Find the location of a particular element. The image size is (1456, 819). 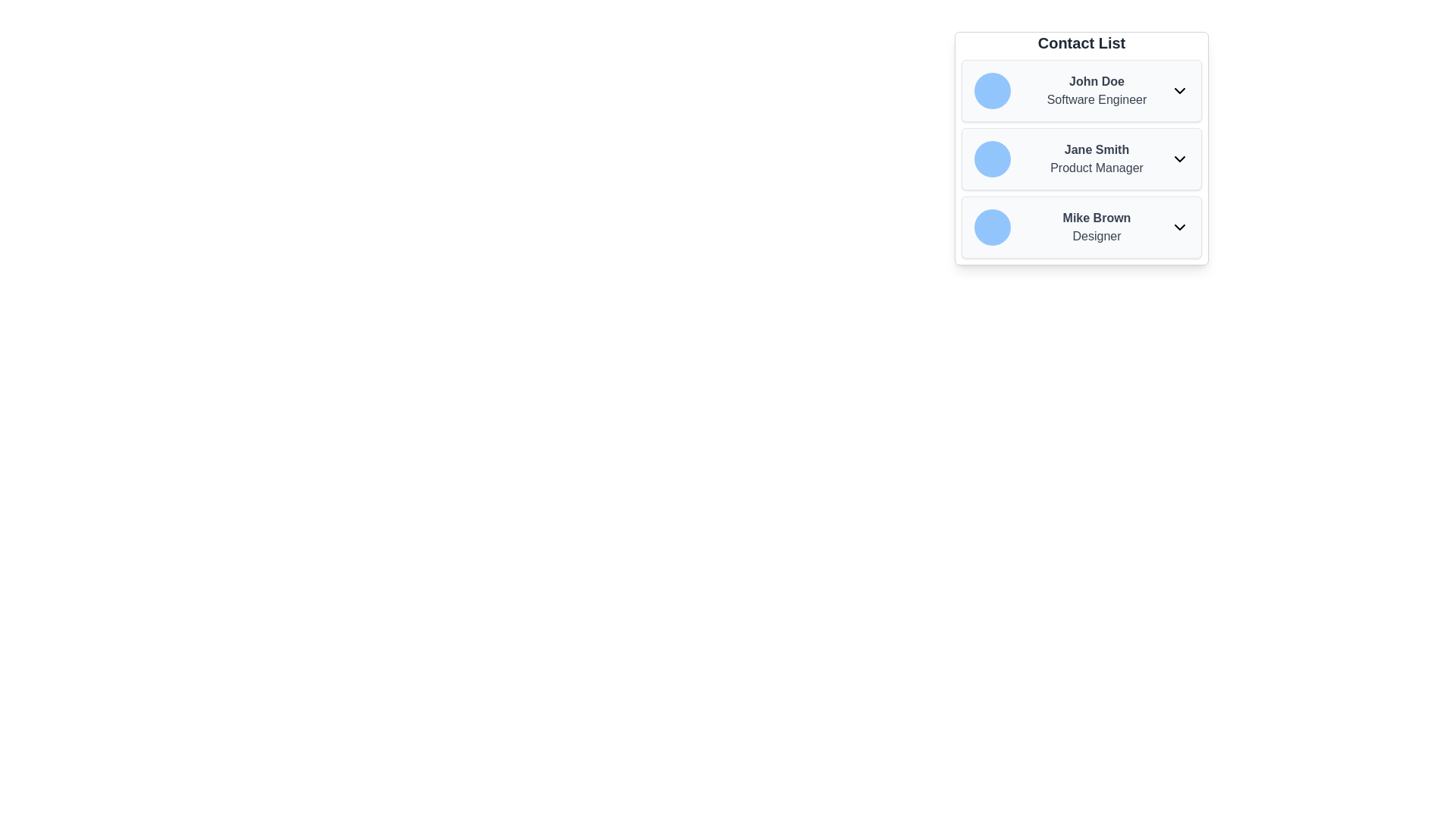

text content of the Text Label displaying 'Designer', which is located below 'Mike Brown' in the third entry of a contact list is located at coordinates (1097, 237).